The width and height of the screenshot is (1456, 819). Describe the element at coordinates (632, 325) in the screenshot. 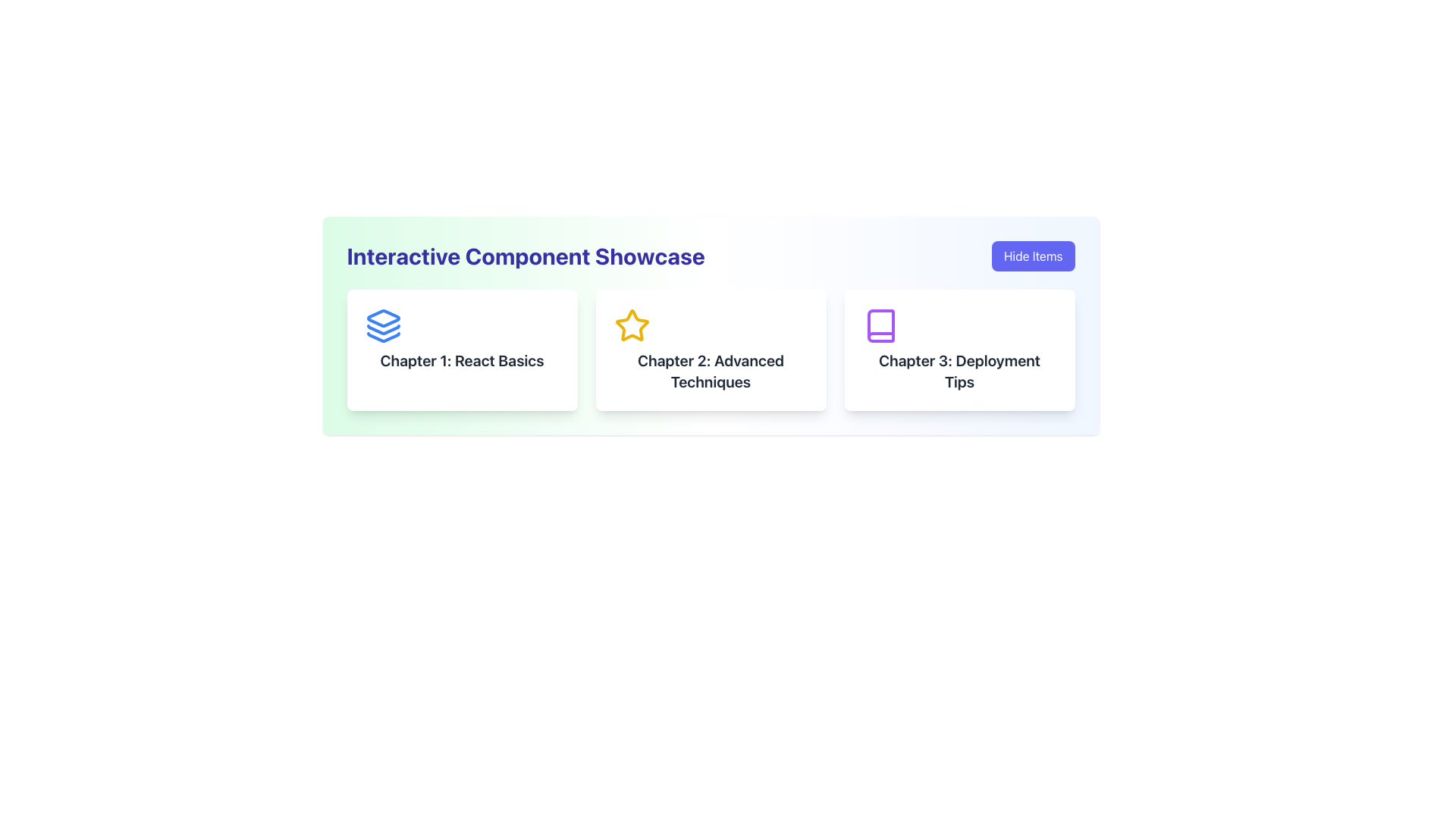

I see `the star-shaped icon outlined in yellow, located centrally within the second card under the caption 'Chapter 2: Advanced Techniques'` at that location.